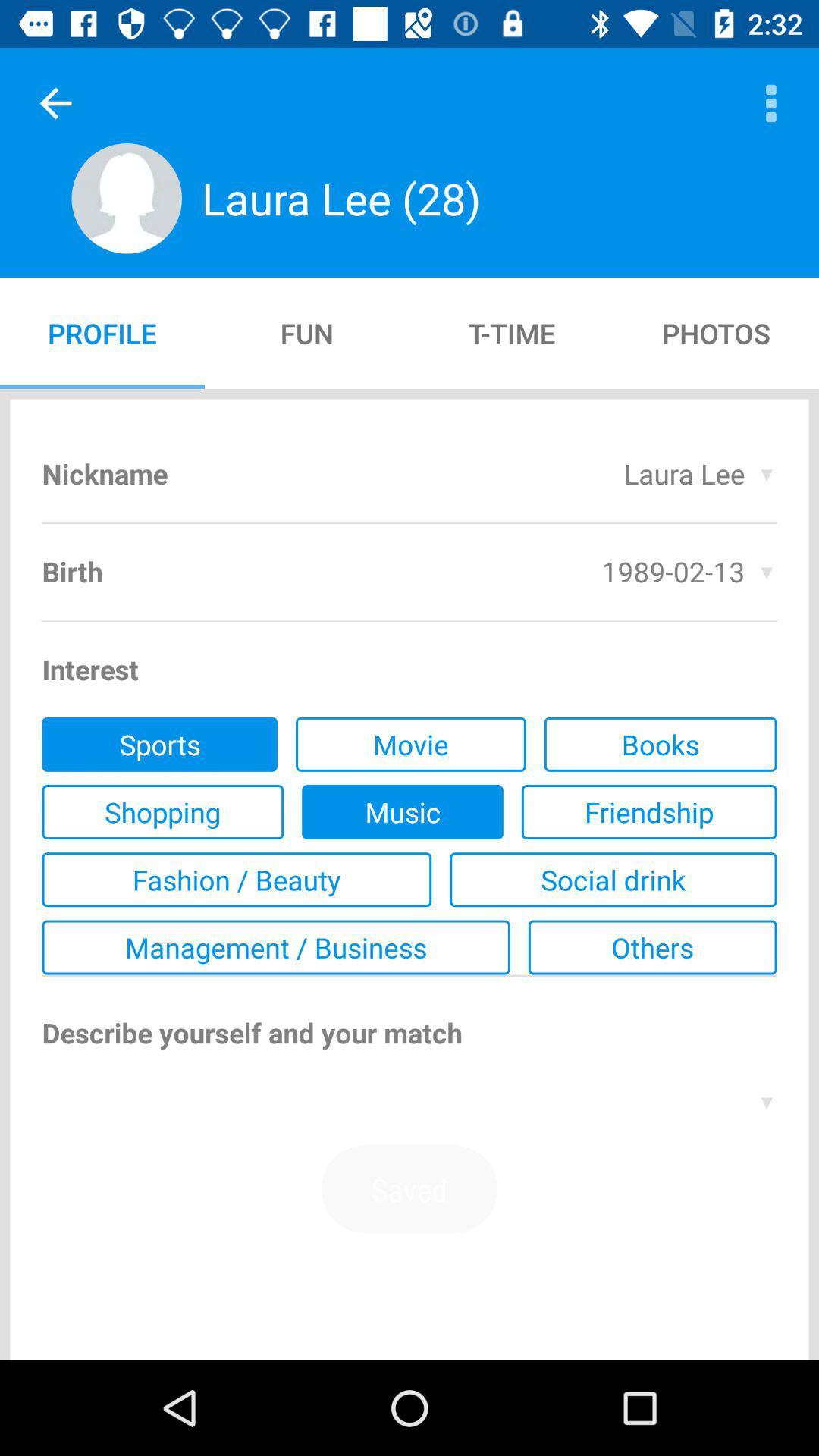 This screenshot has width=819, height=1456. Describe the element at coordinates (660, 744) in the screenshot. I see `the icon above friendship item` at that location.